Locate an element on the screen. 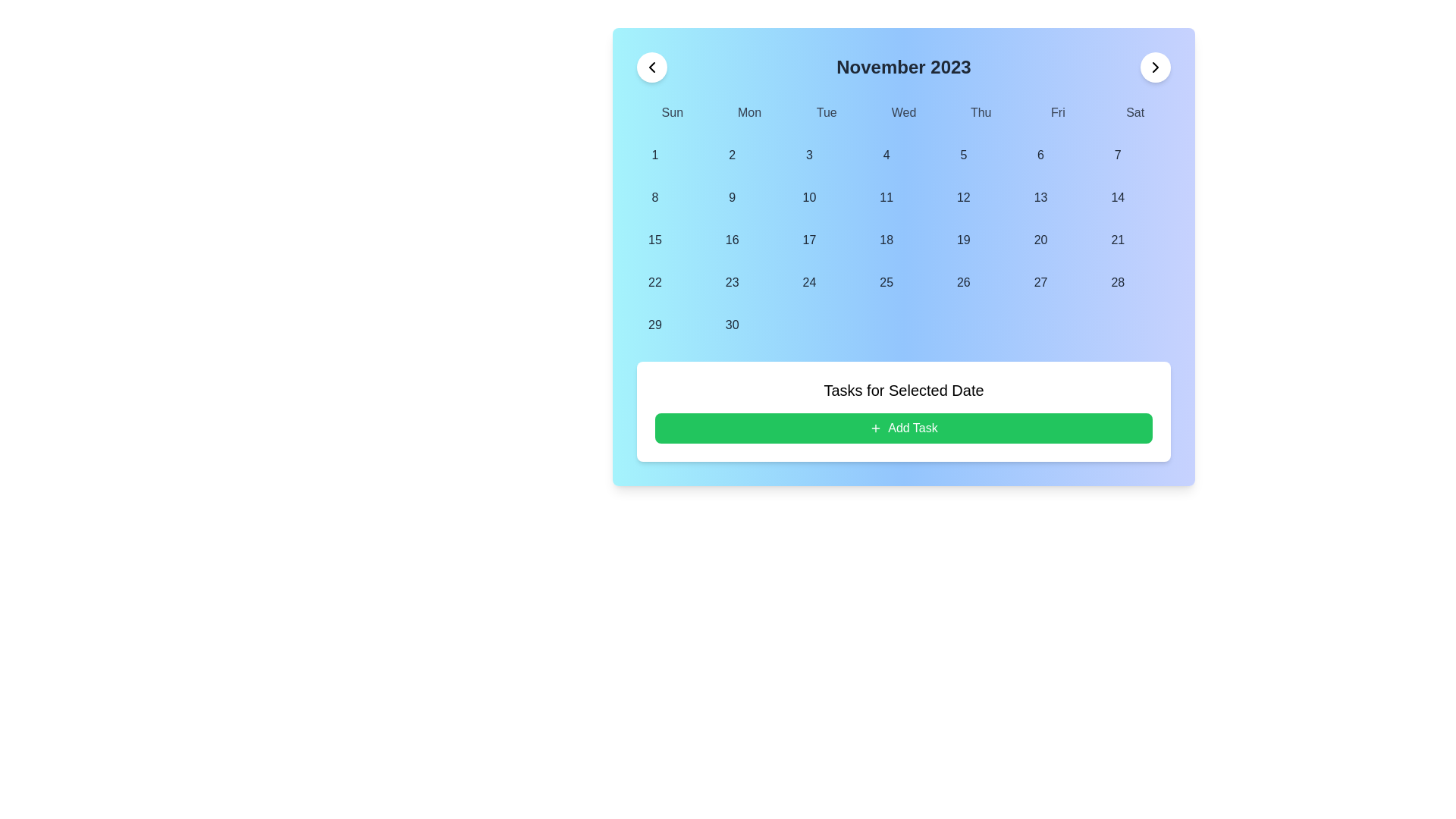 This screenshot has height=819, width=1456. the label indicating 'Sunday', which is the first day of the week in the calendar header is located at coordinates (671, 112).